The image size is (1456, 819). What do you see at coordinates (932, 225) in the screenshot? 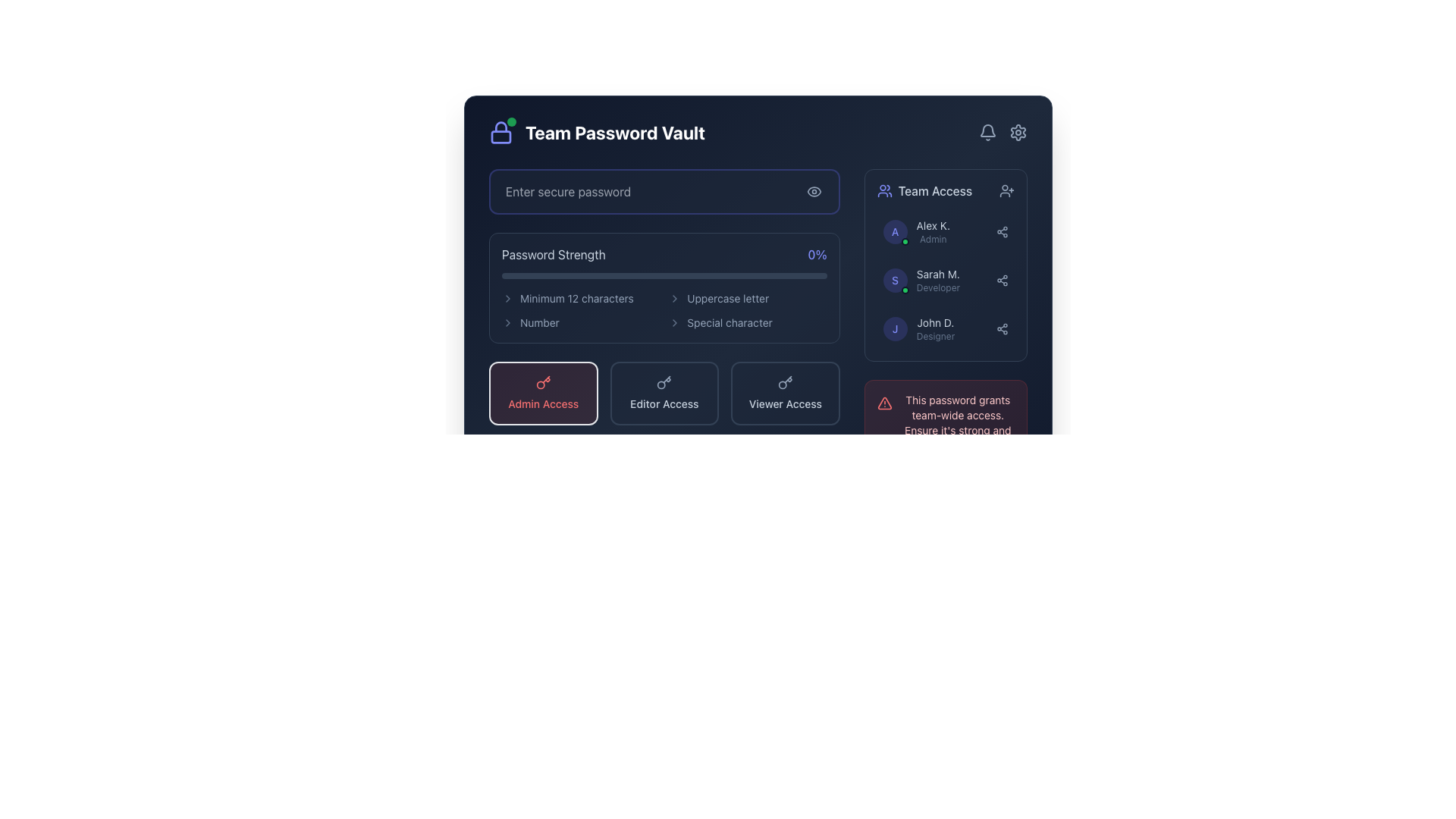
I see `the static text label displaying the user identifier in the 'Team Access' list, which shows the user's name followed by their role ('Admin')` at bounding box center [932, 225].